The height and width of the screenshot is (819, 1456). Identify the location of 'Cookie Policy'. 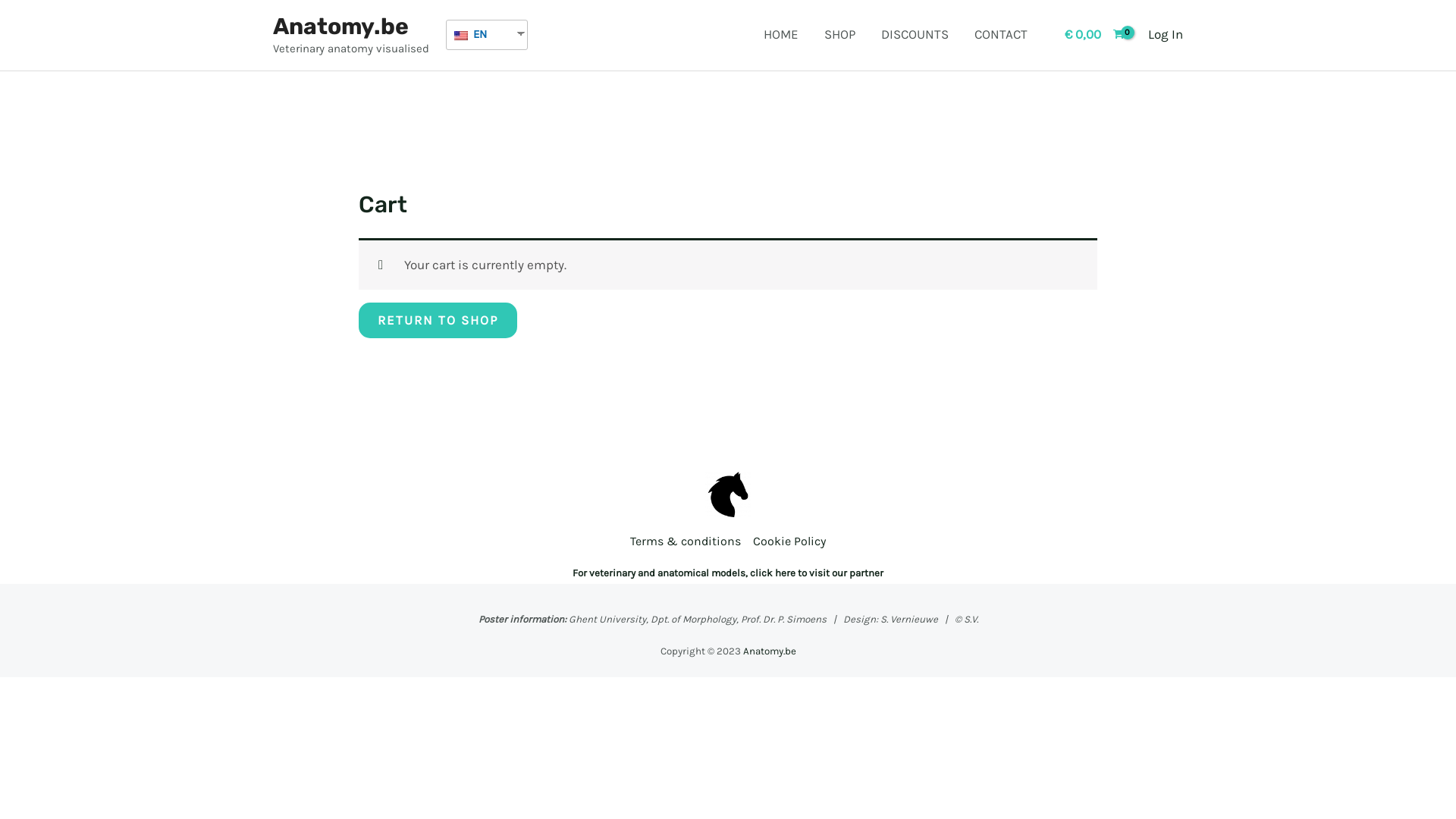
(786, 540).